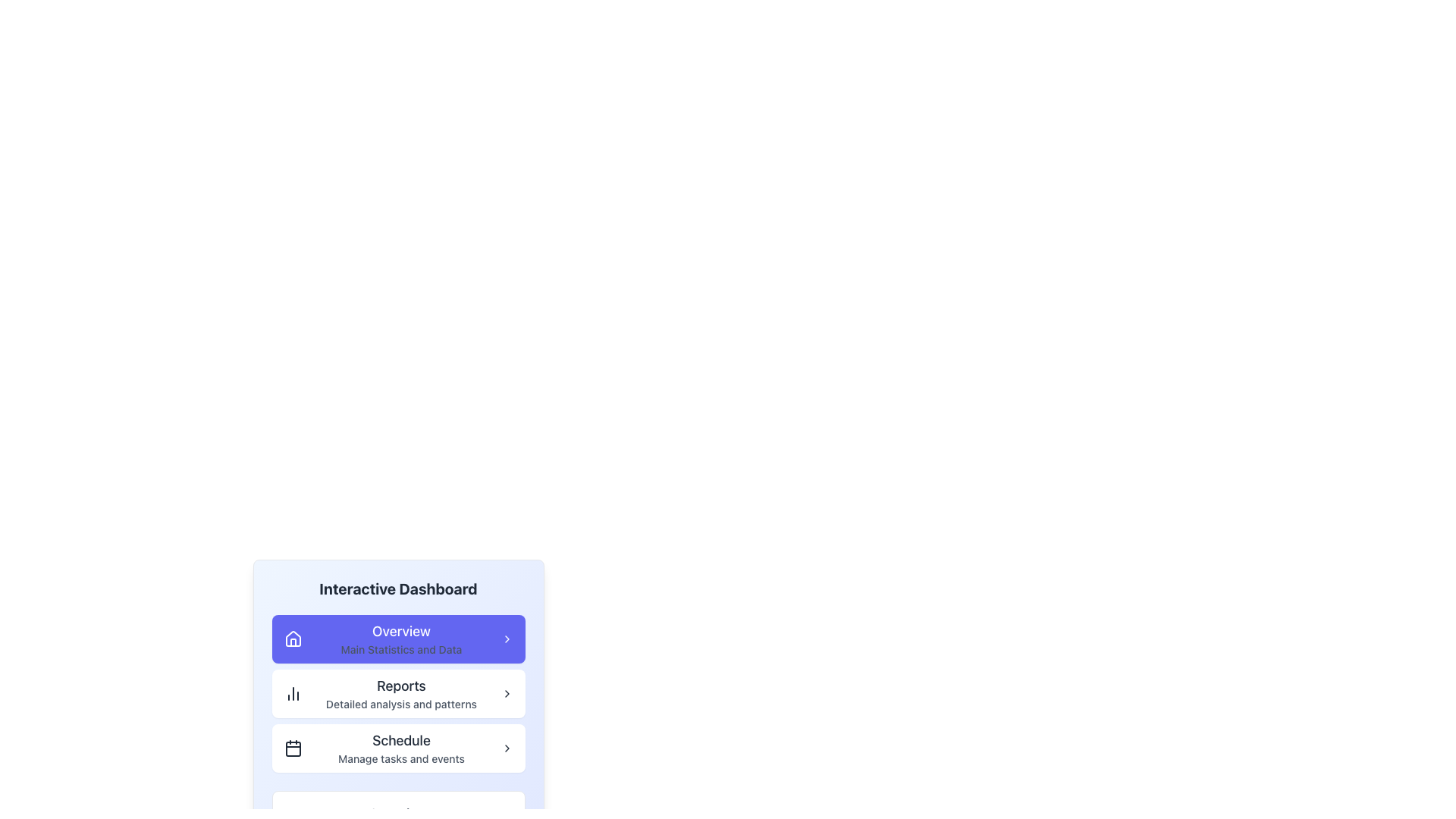 The image size is (1456, 819). Describe the element at coordinates (507, 693) in the screenshot. I see `the navigational icon located at the far right of the 'Reports' button, which suggests interaction with the 'Reports' section` at that location.